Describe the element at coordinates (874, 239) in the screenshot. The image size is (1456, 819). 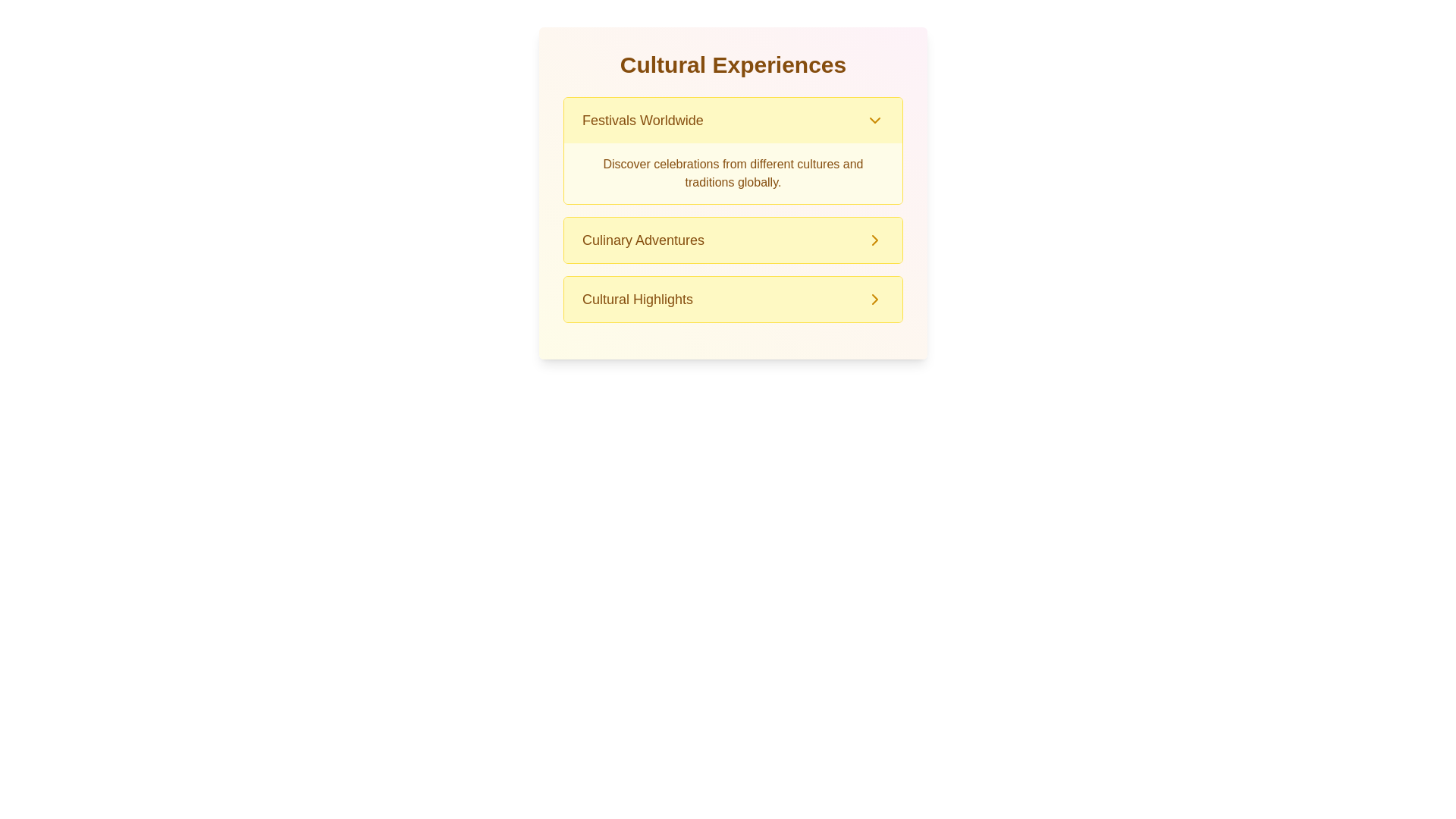
I see `the 'Cultural Highlights' button located at the bottom of the 'Cultural Experiences' section` at that location.